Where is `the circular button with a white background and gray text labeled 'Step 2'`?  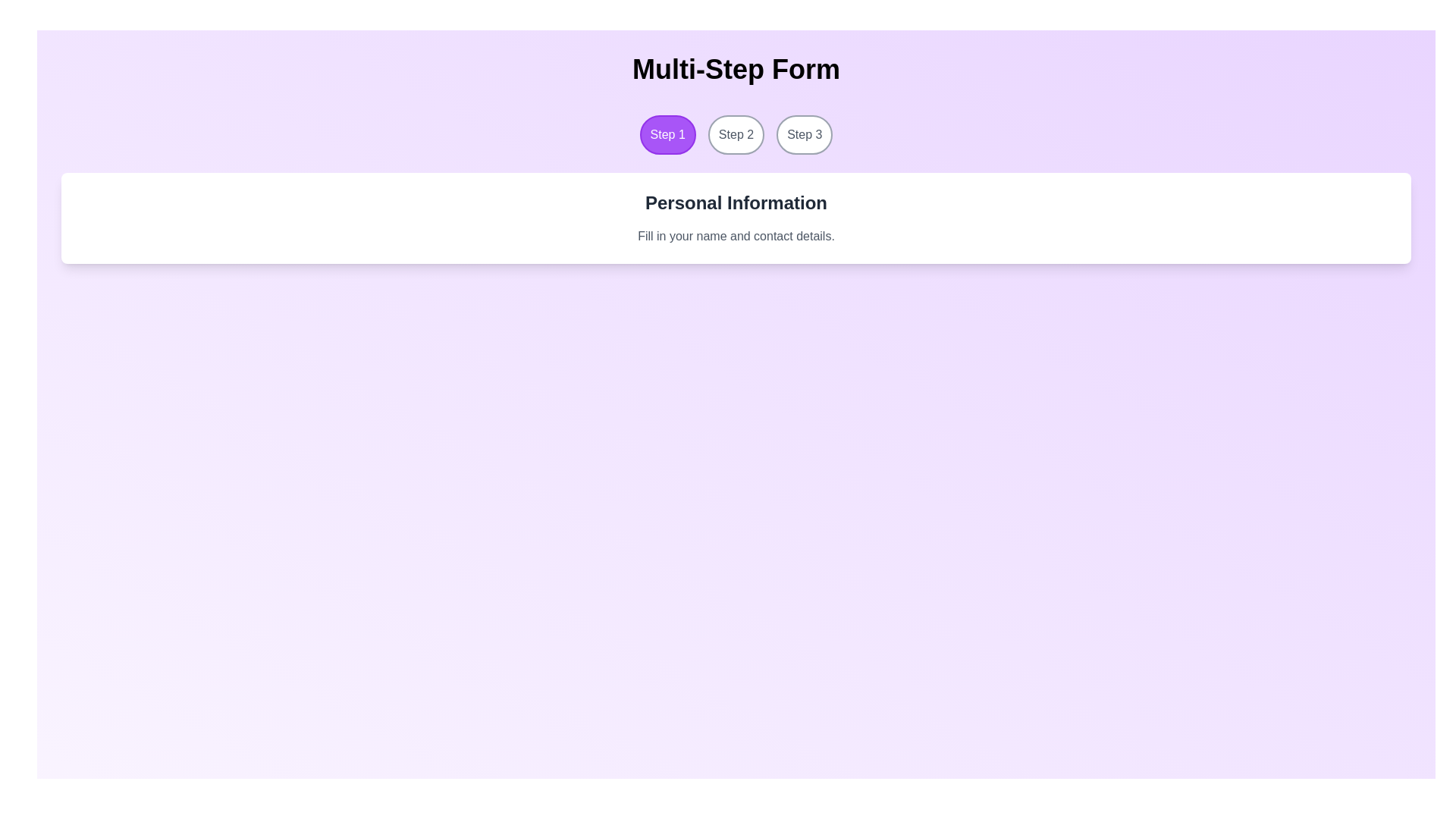 the circular button with a white background and gray text labeled 'Step 2' is located at coordinates (736, 133).